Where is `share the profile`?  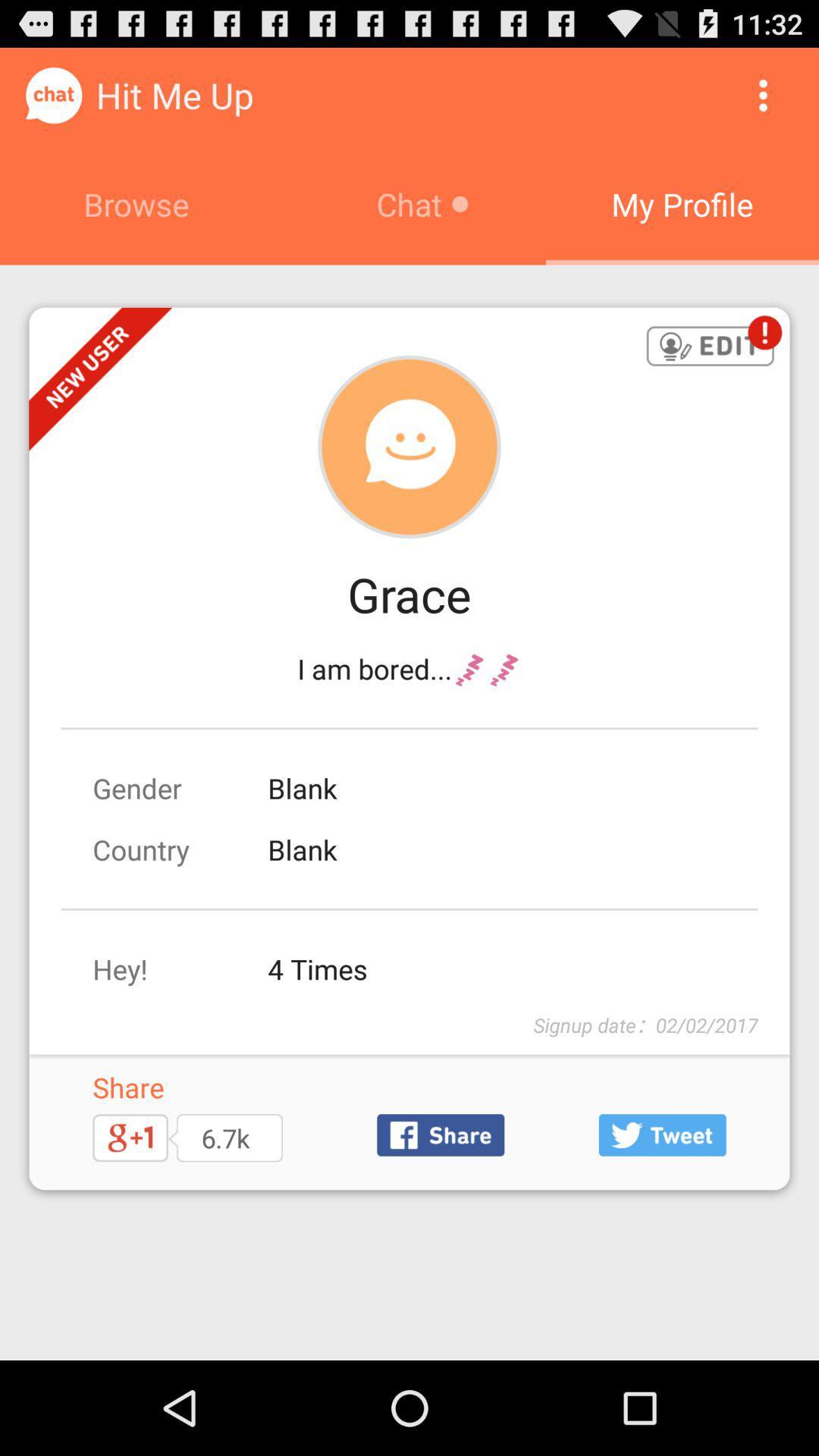
share the profile is located at coordinates (441, 1135).